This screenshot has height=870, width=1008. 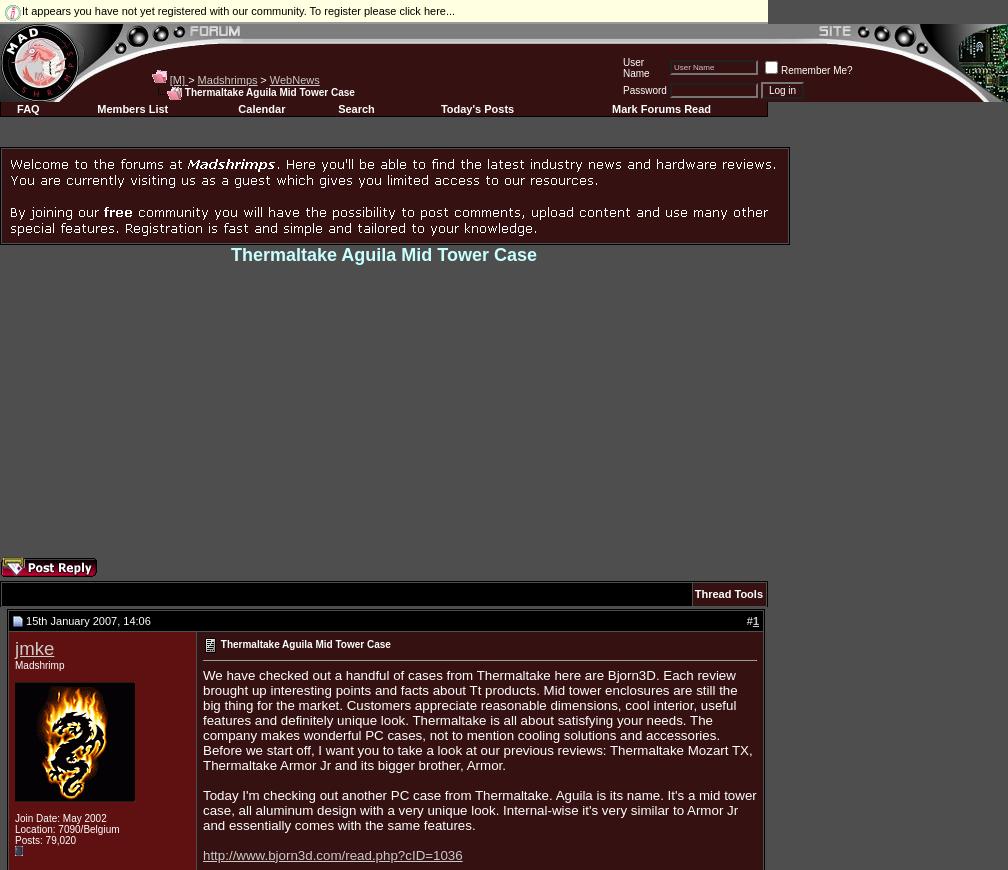 What do you see at coordinates (39, 665) in the screenshot?
I see `'Madshrimp'` at bounding box center [39, 665].